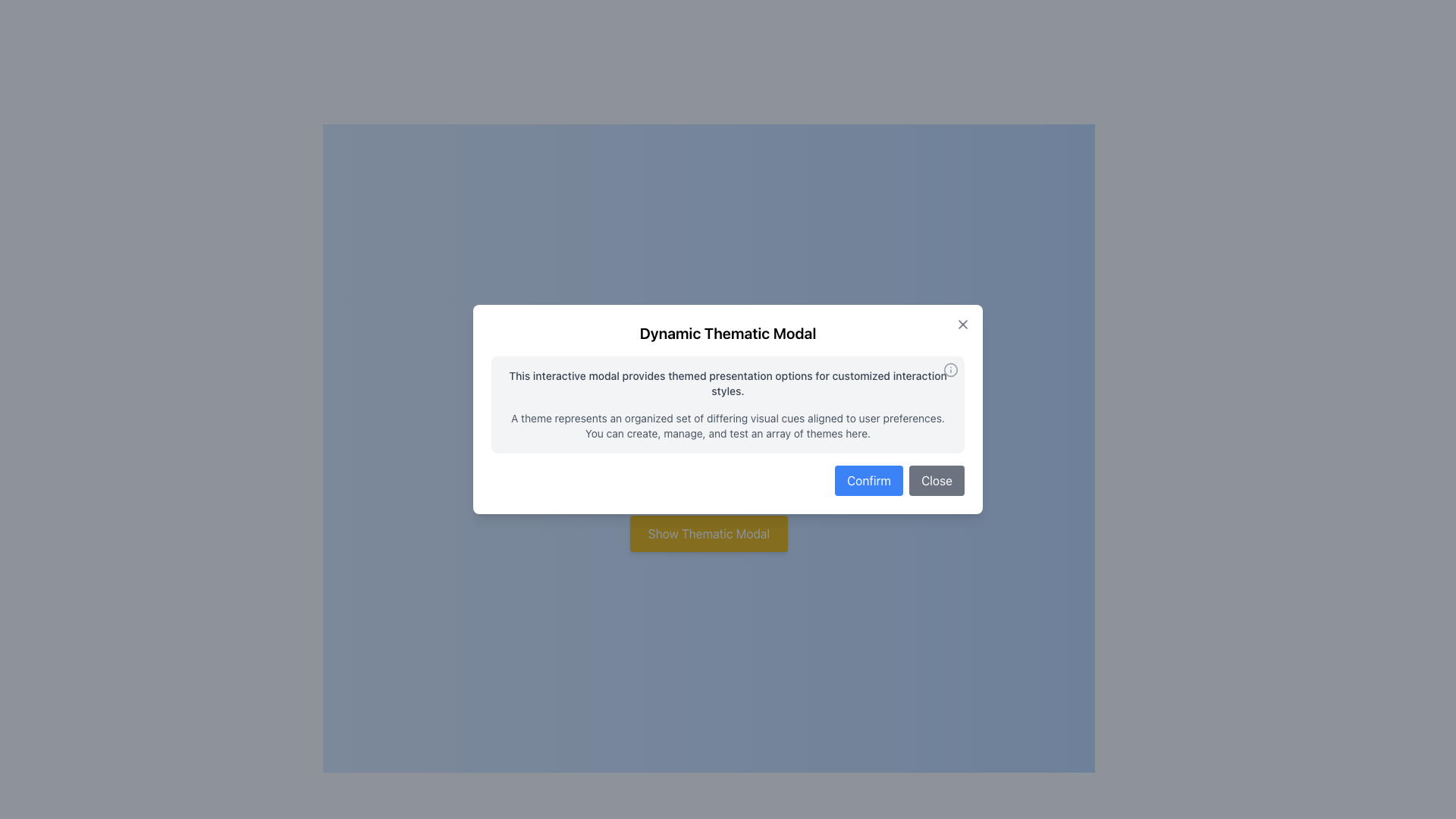 The width and height of the screenshot is (1456, 819). Describe the element at coordinates (936, 480) in the screenshot. I see `the second button in the horizontal button group on the right side of the modal footer to observe the hover effect` at that location.